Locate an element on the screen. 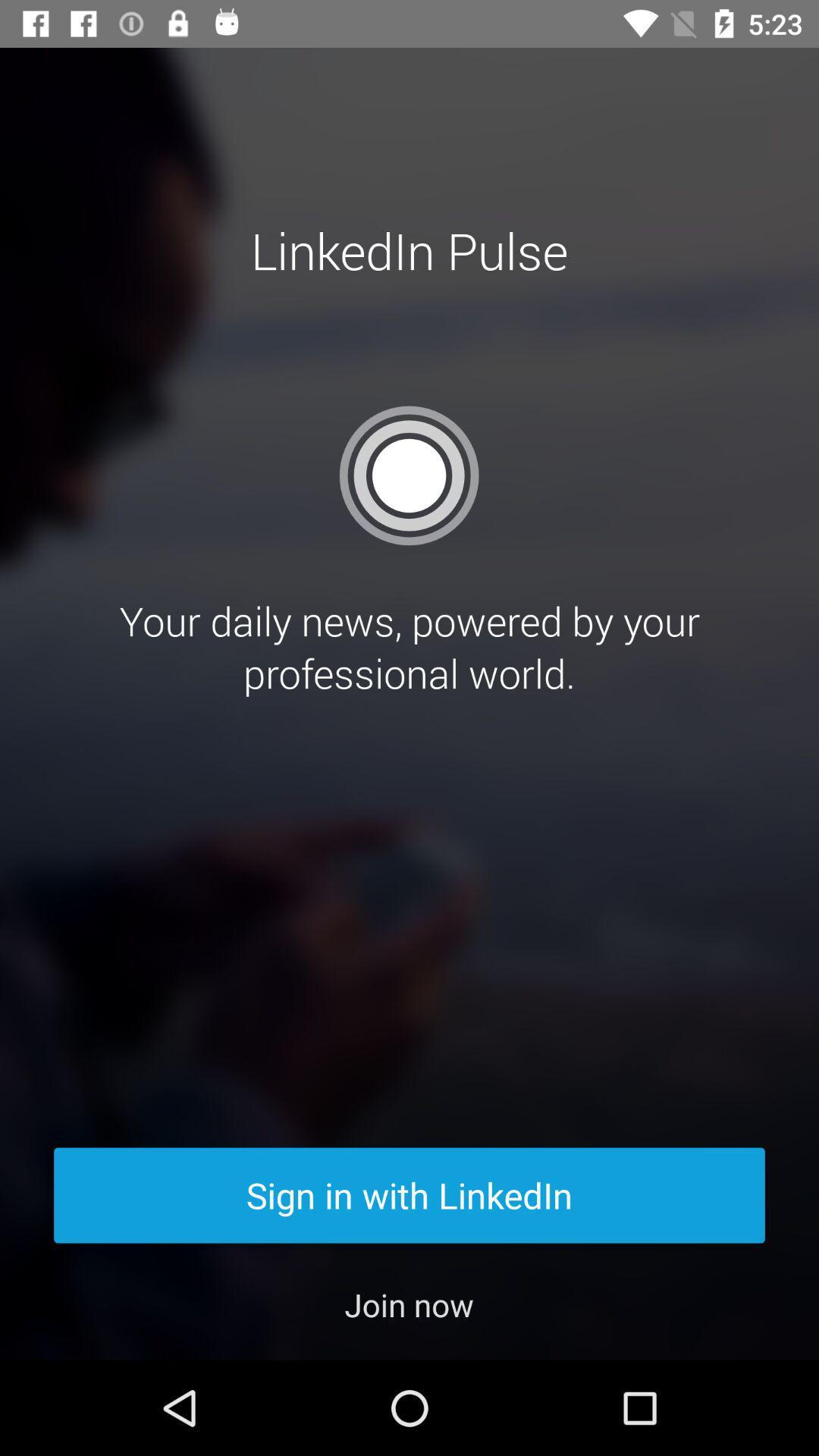 The height and width of the screenshot is (1456, 819). join now icon is located at coordinates (408, 1304).